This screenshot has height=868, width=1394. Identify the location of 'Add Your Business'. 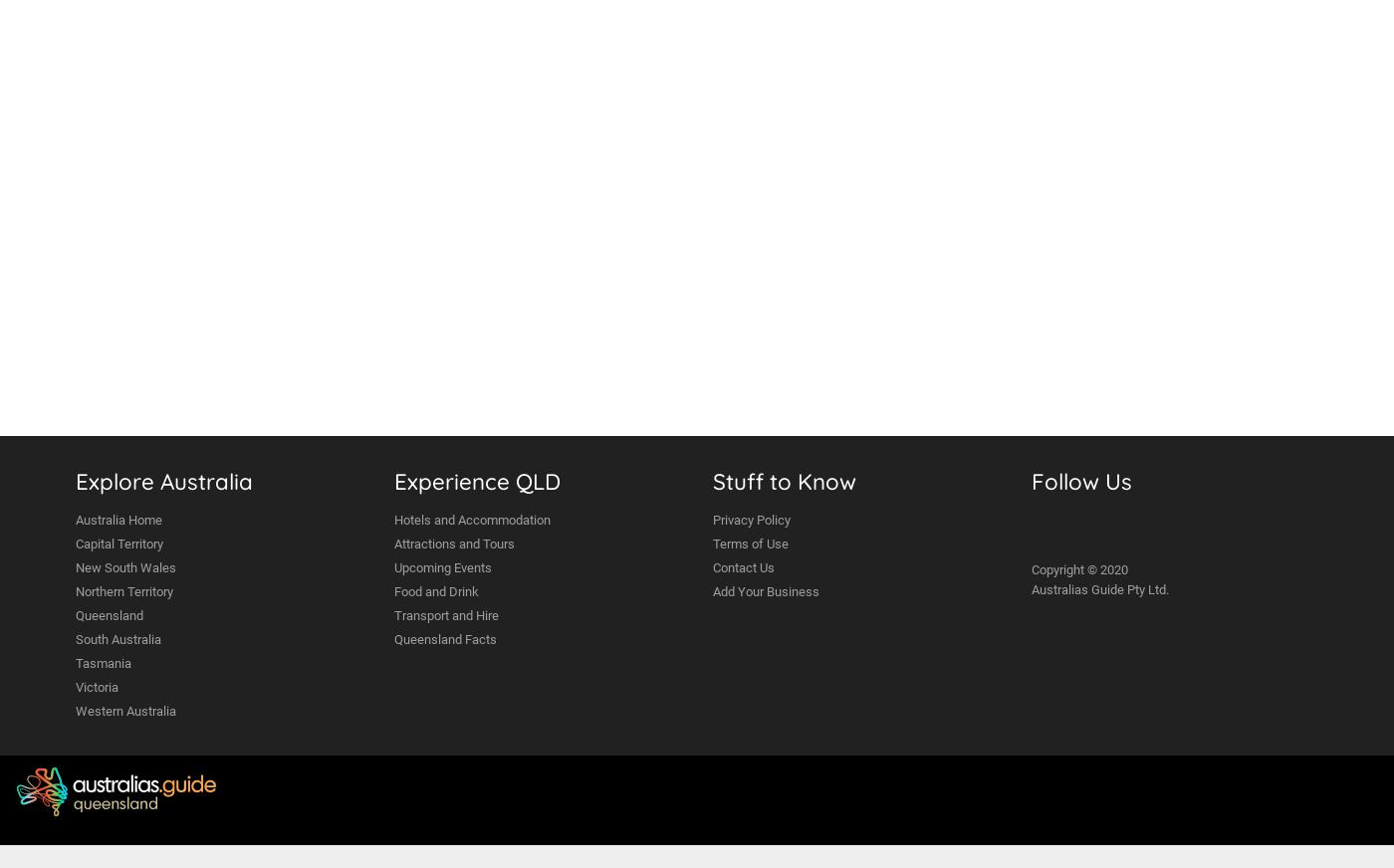
(766, 591).